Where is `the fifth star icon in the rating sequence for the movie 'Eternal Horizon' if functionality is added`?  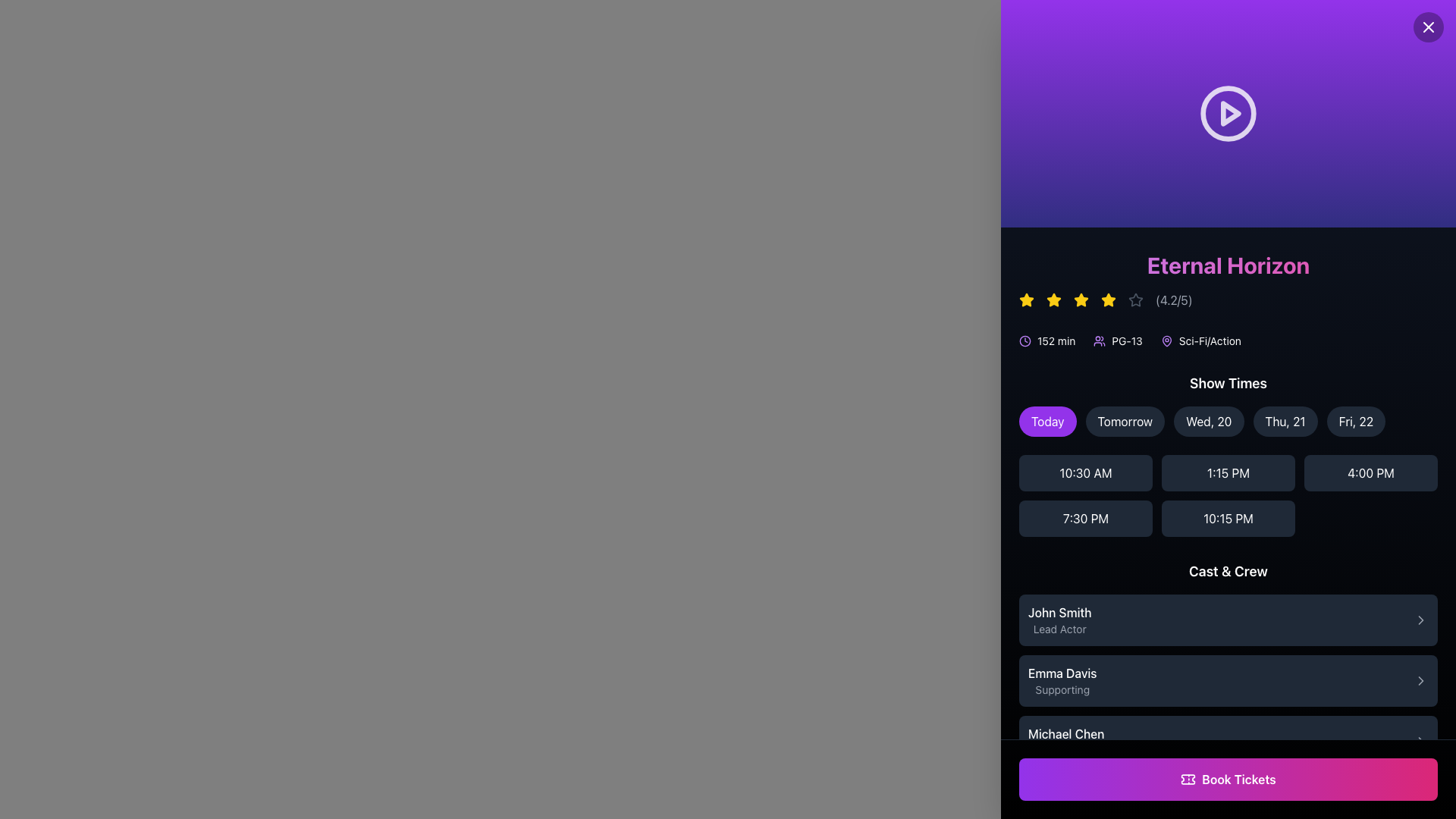 the fifth star icon in the rating sequence for the movie 'Eternal Horizon' if functionality is added is located at coordinates (1109, 300).